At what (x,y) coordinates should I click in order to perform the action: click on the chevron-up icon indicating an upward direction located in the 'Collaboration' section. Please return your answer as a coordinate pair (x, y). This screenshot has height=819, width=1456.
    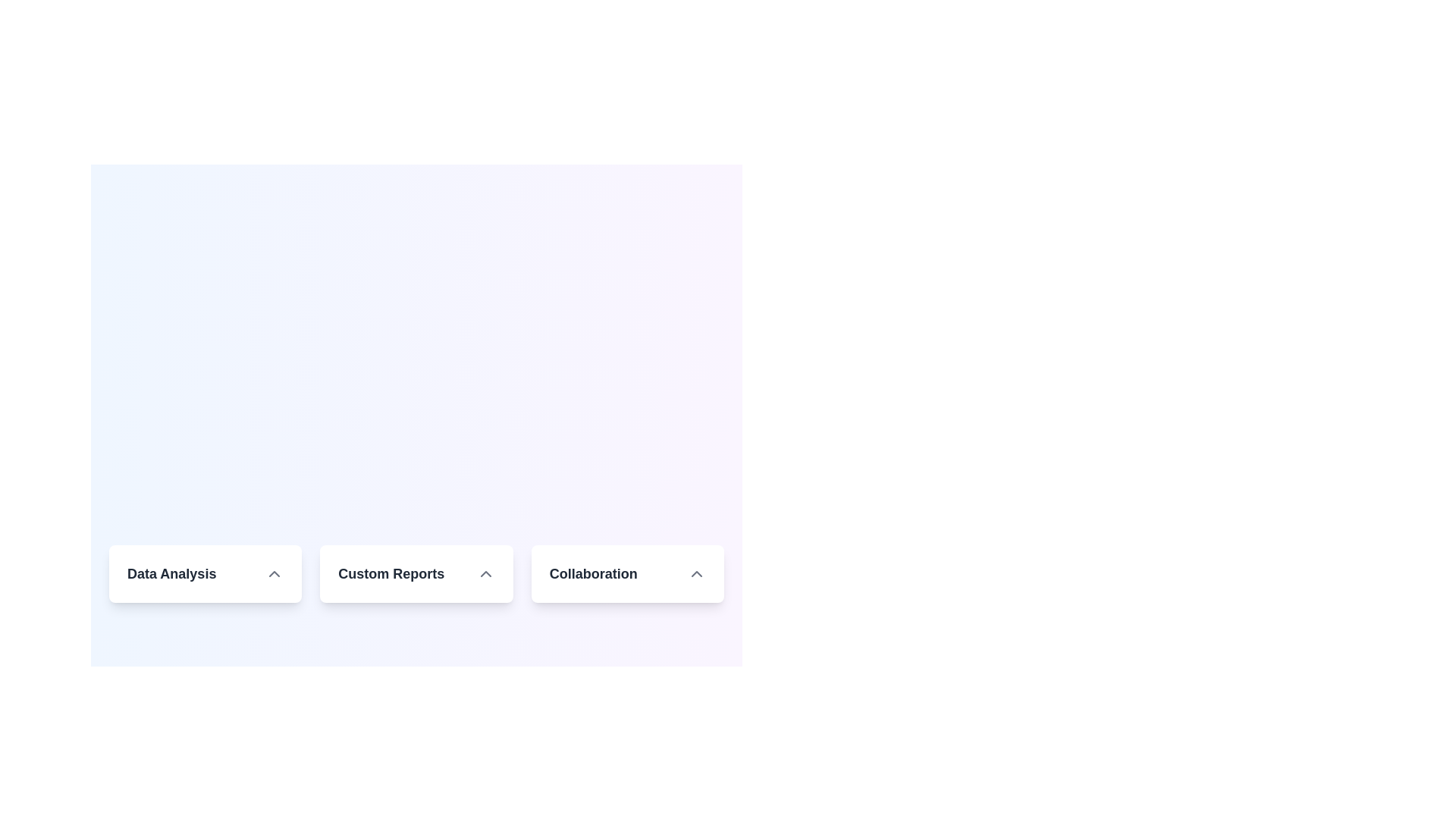
    Looking at the image, I should click on (695, 573).